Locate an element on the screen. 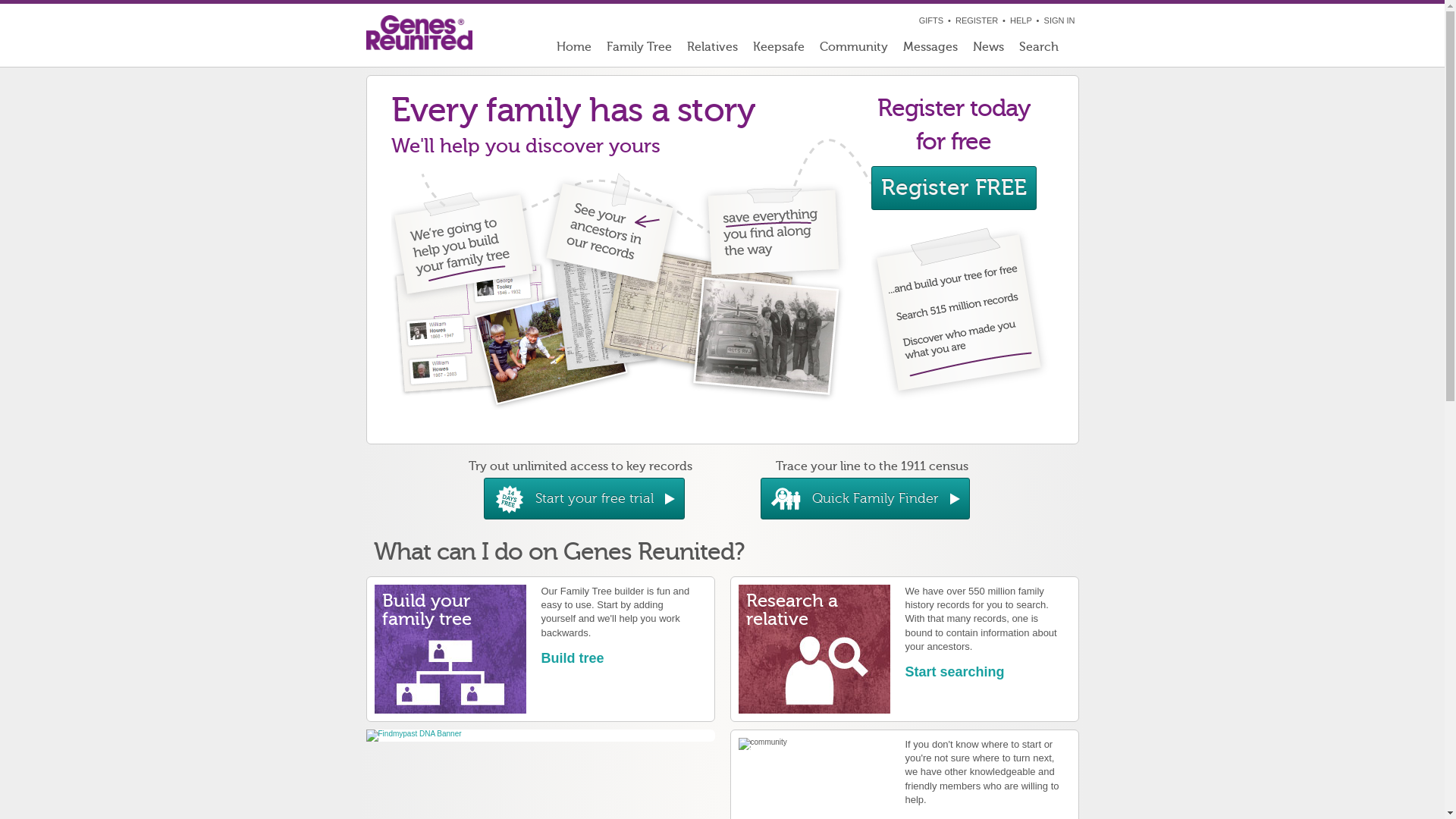 This screenshot has height=819, width=1456. 'Messages' is located at coordinates (928, 49).